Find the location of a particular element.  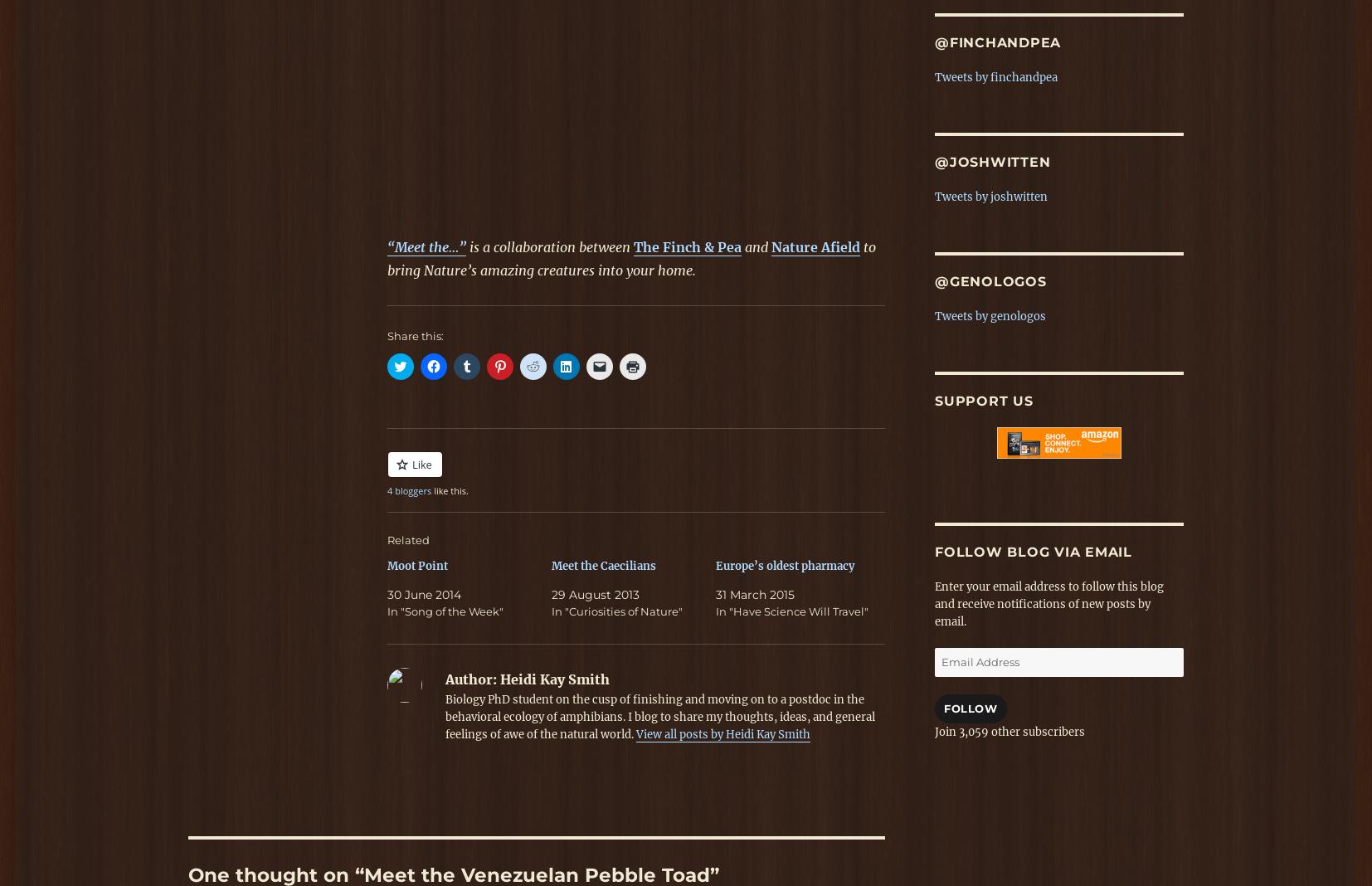

'@finchandpea' is located at coordinates (996, 41).